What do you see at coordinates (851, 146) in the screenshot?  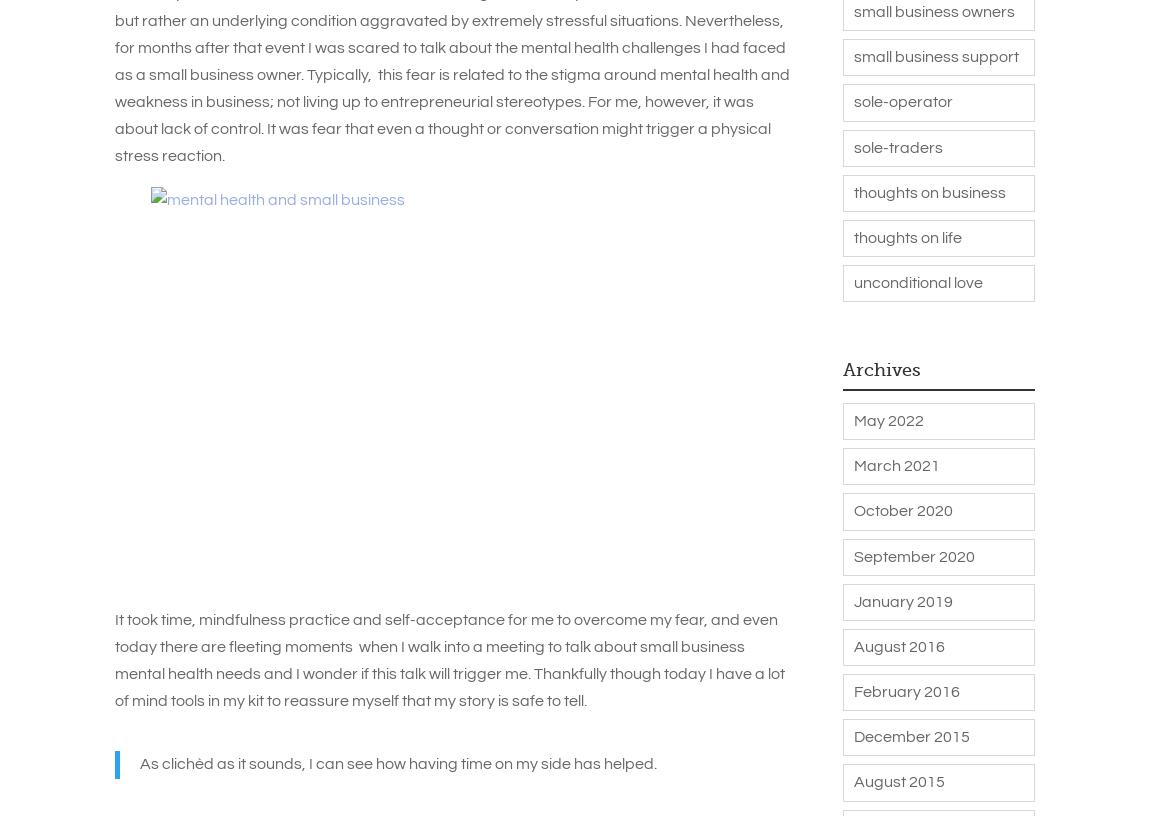 I see `'sole-traders'` at bounding box center [851, 146].